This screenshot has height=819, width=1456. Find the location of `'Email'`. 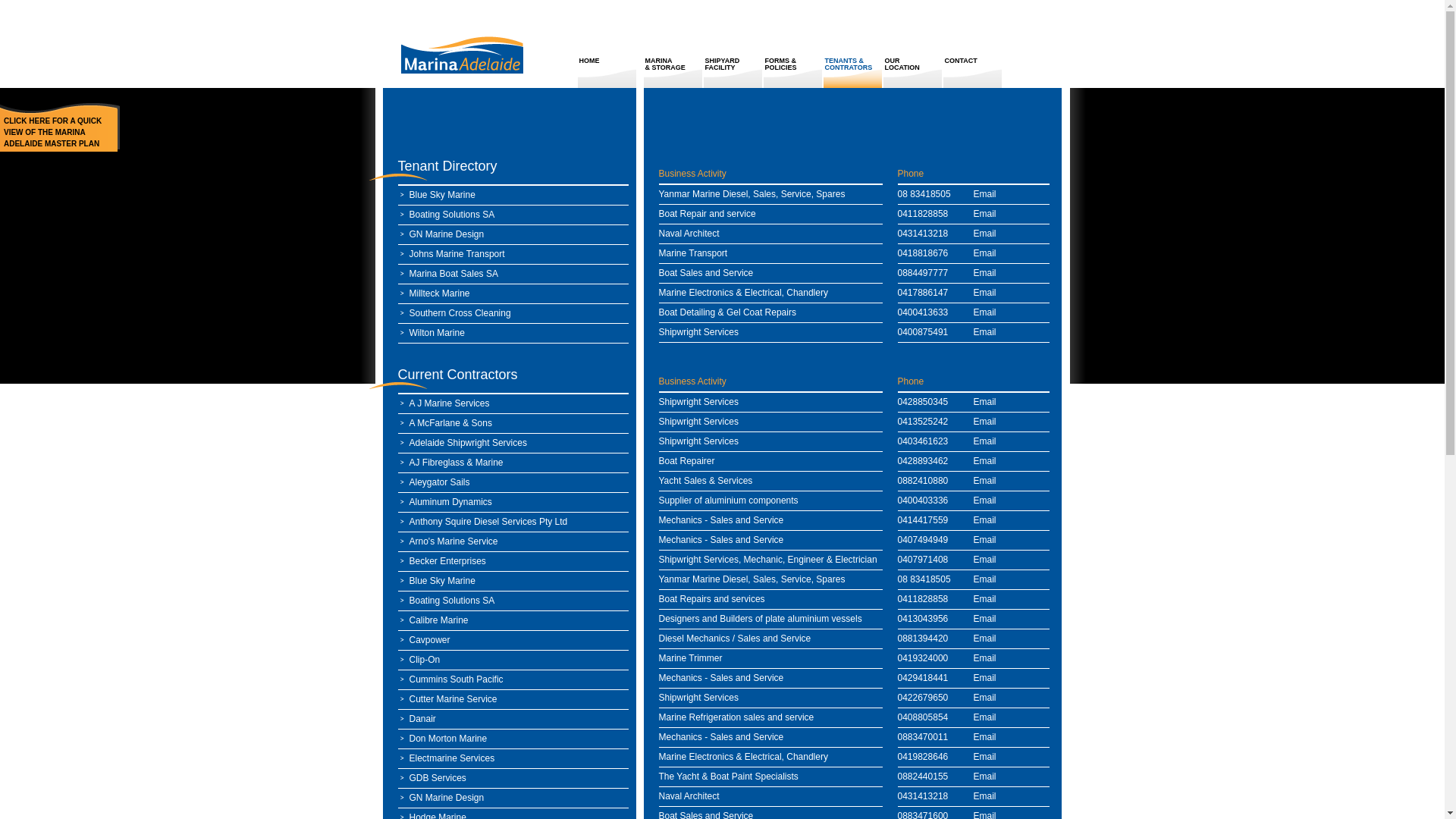

'Email' is located at coordinates (973, 619).